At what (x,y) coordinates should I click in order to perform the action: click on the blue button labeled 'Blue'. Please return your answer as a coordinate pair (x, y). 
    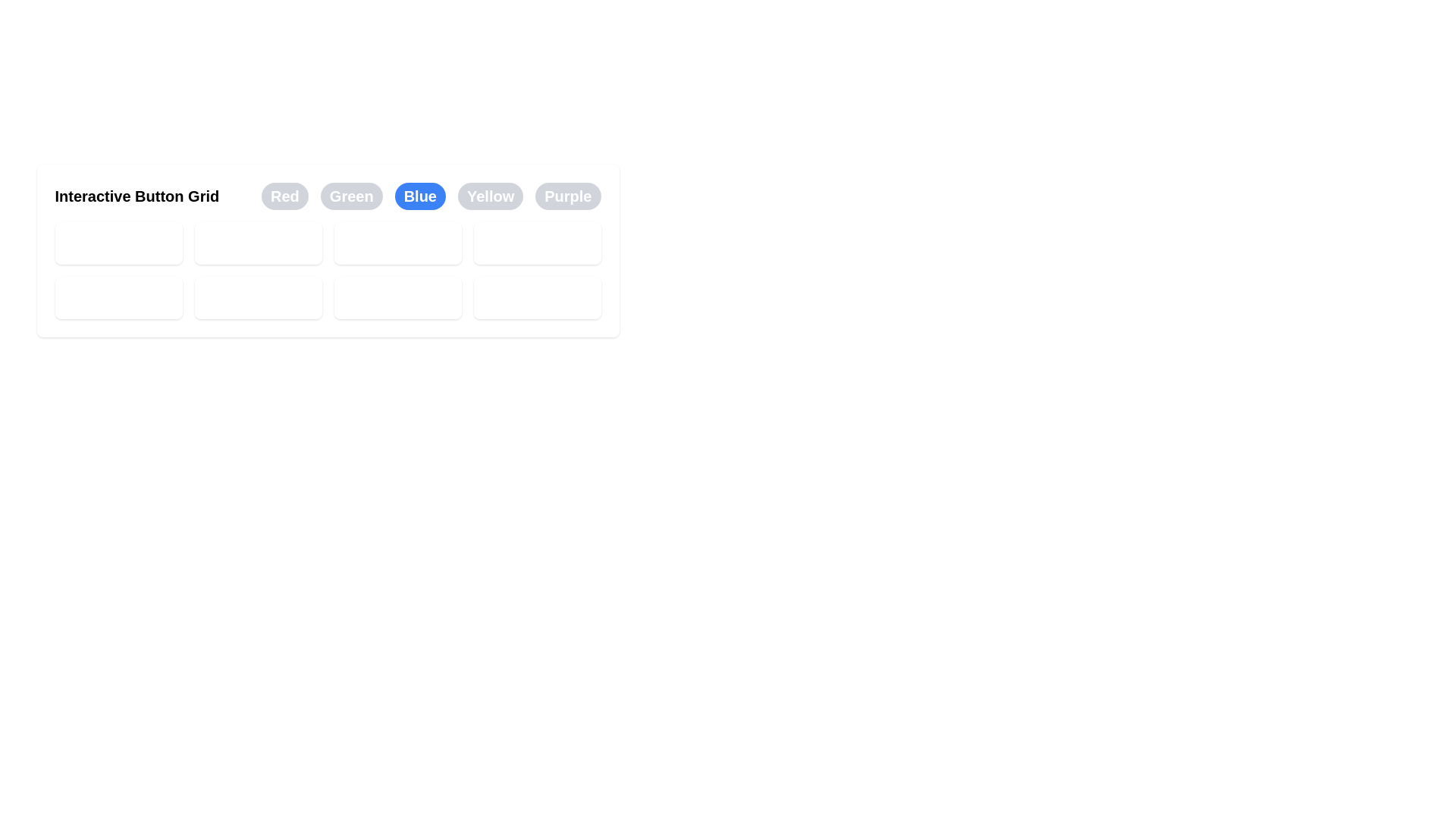
    Looking at the image, I should click on (420, 195).